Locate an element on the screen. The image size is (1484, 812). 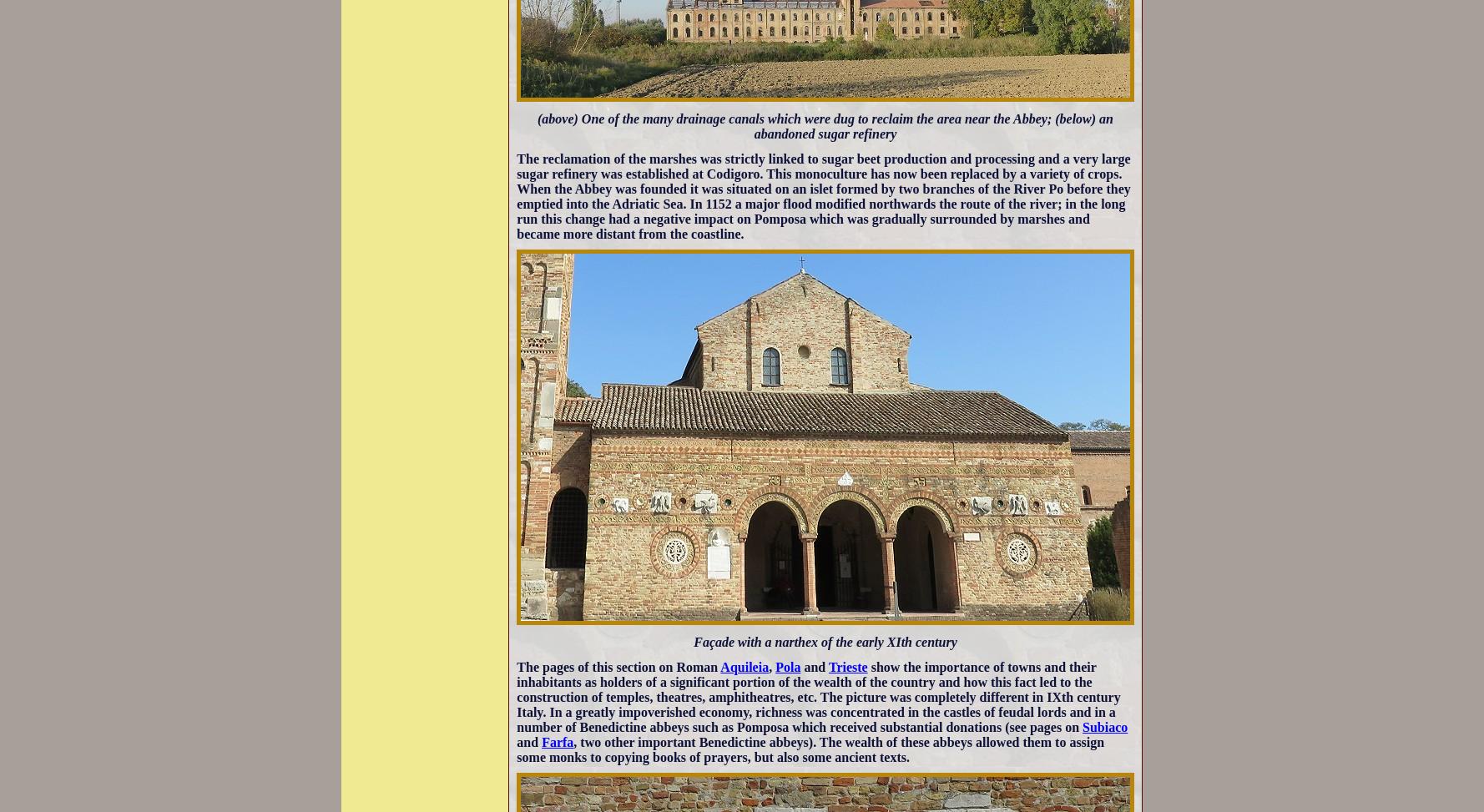
'Farfa' is located at coordinates (557, 741).